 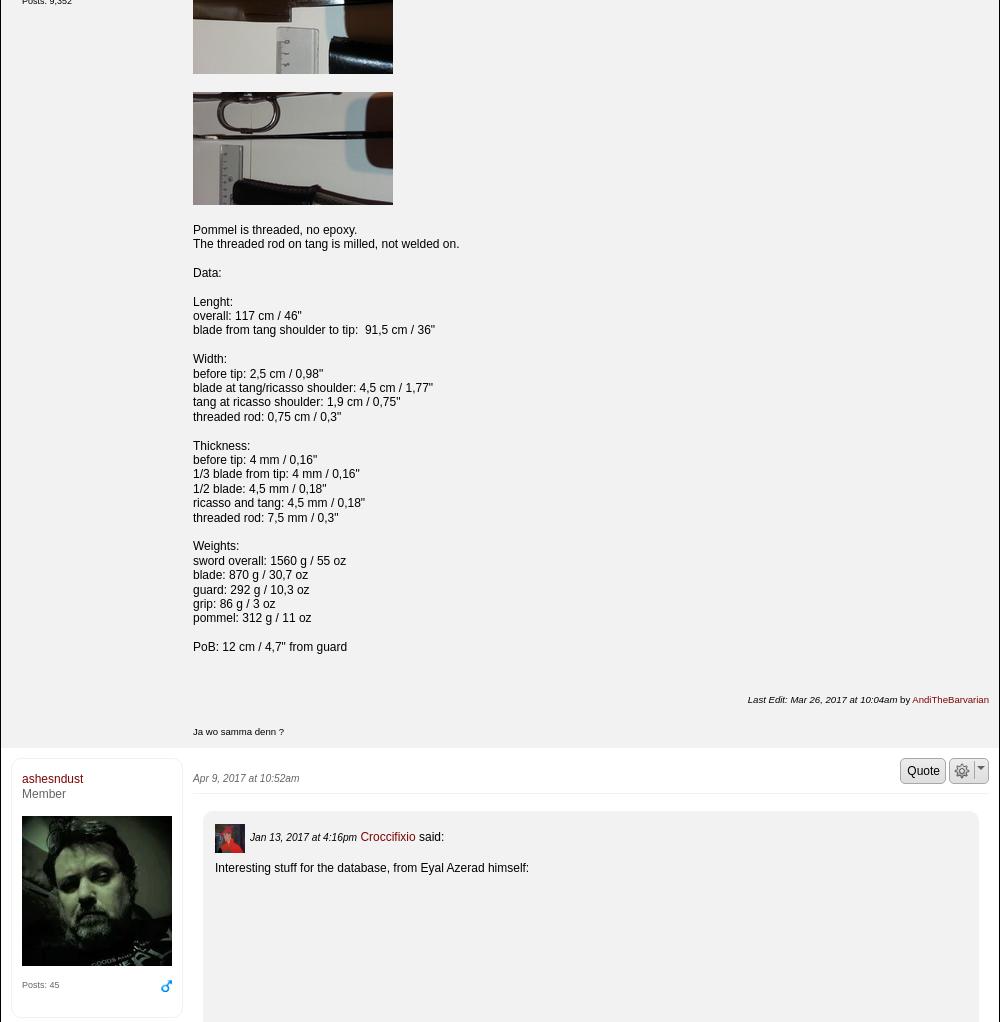 What do you see at coordinates (43, 792) in the screenshot?
I see `'Member'` at bounding box center [43, 792].